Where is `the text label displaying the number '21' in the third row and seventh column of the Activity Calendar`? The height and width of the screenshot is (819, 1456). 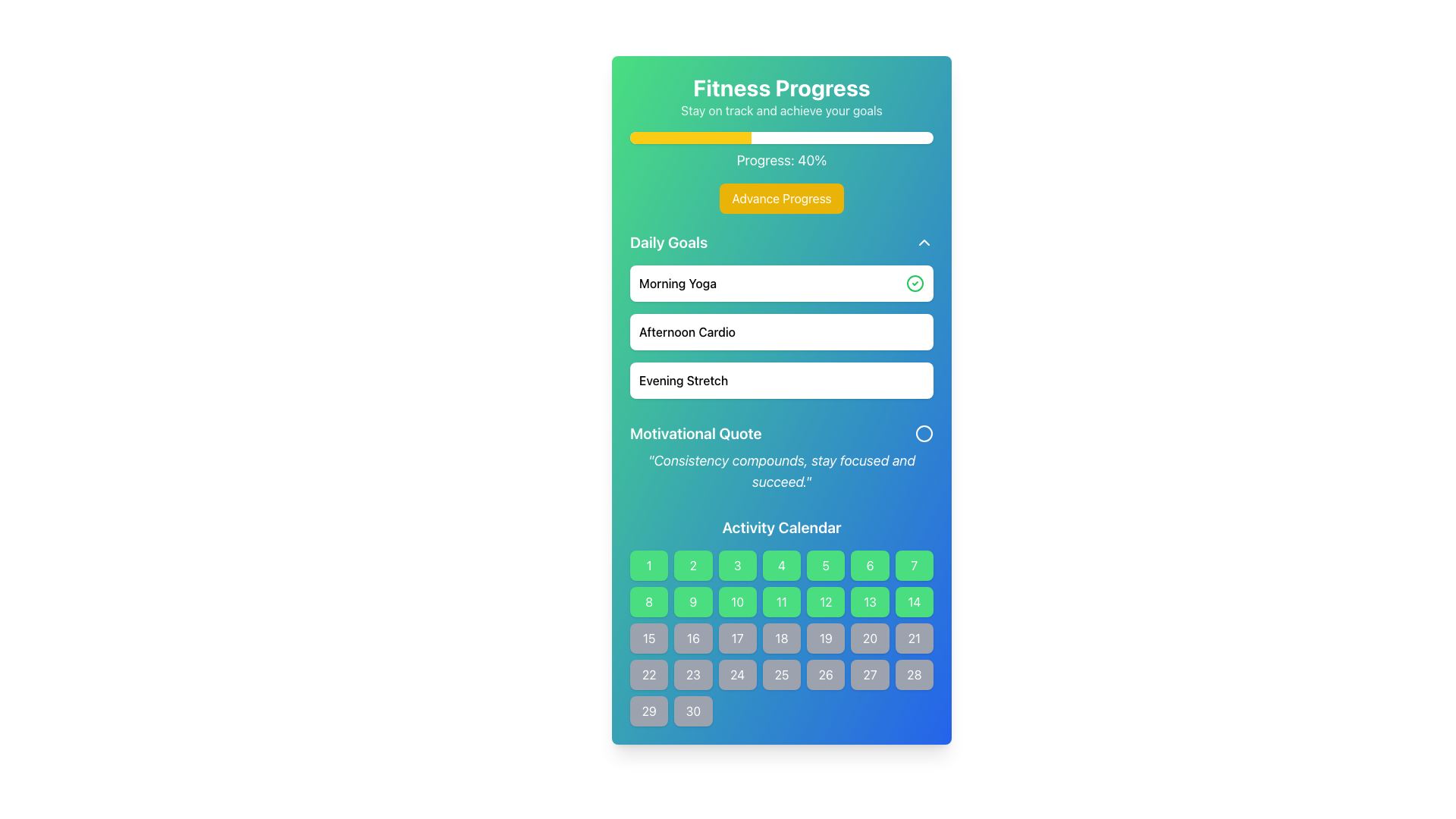 the text label displaying the number '21' in the third row and seventh column of the Activity Calendar is located at coordinates (913, 638).